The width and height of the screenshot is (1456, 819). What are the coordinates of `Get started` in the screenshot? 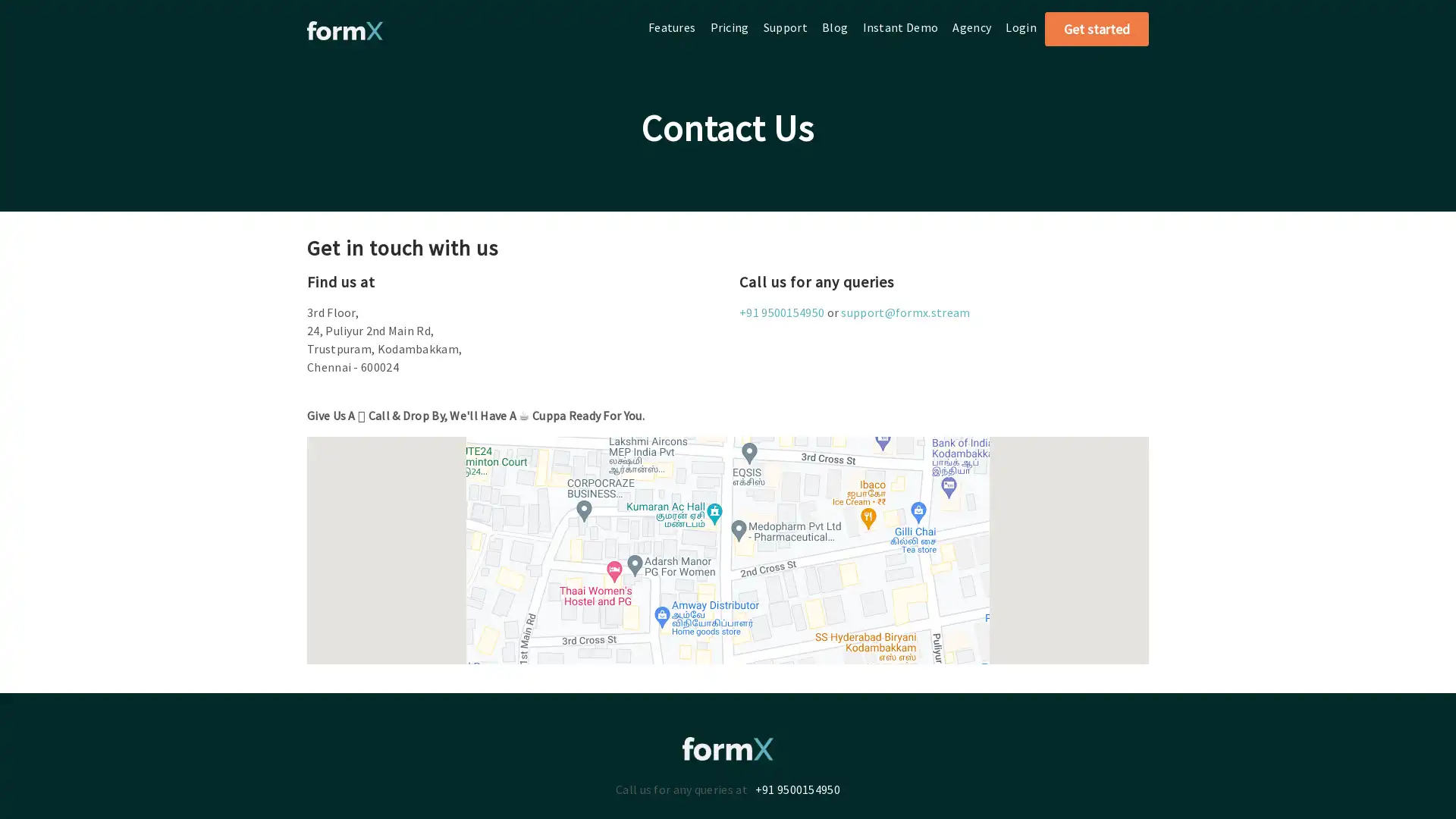 It's located at (1097, 29).